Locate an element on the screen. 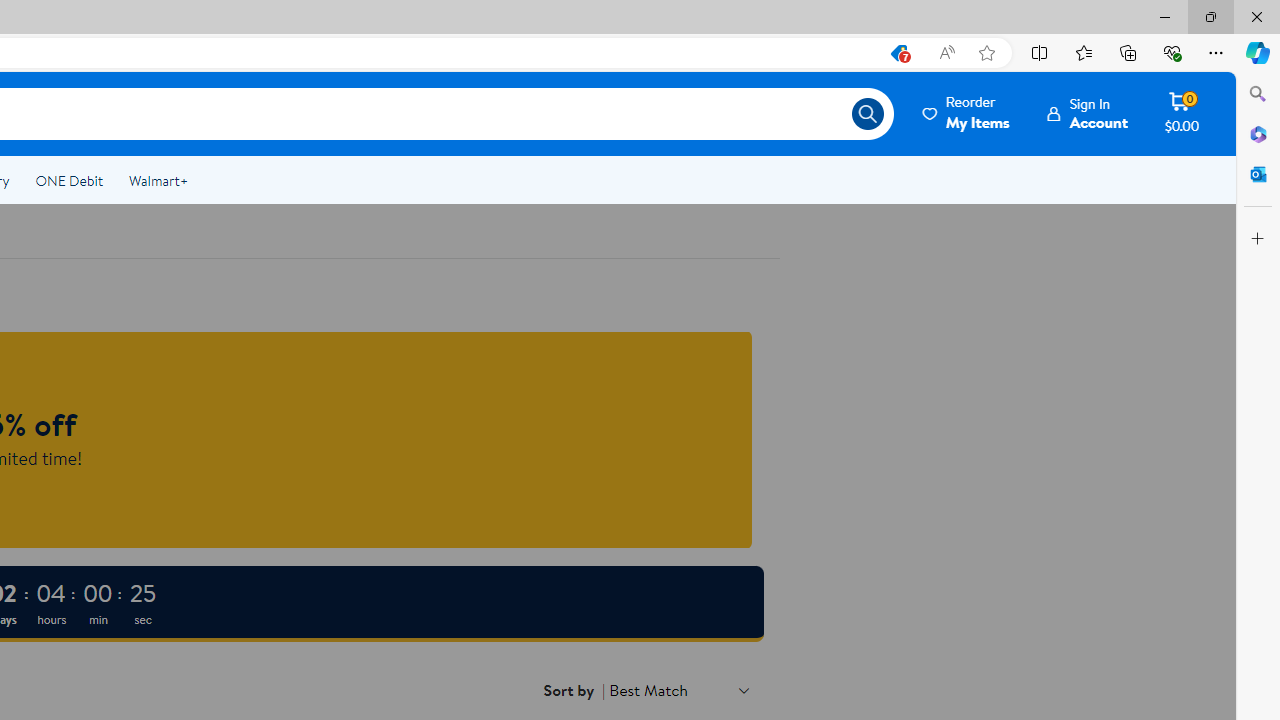 The height and width of the screenshot is (720, 1280). 'Search icon' is located at coordinates (867, 114).